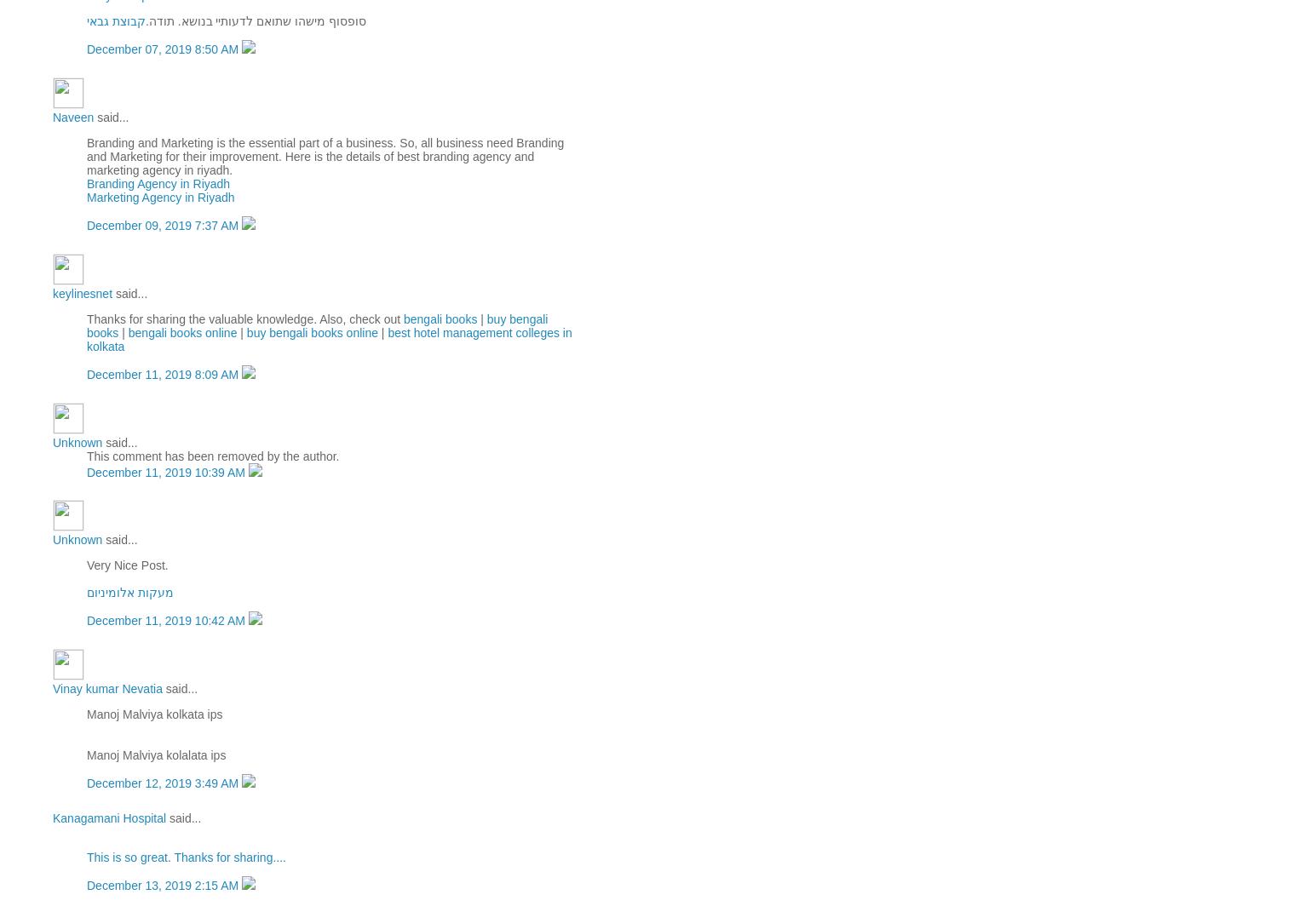 The width and height of the screenshot is (1316, 912). Describe the element at coordinates (154, 714) in the screenshot. I see `'Manoj Malviya kolkata ips'` at that location.